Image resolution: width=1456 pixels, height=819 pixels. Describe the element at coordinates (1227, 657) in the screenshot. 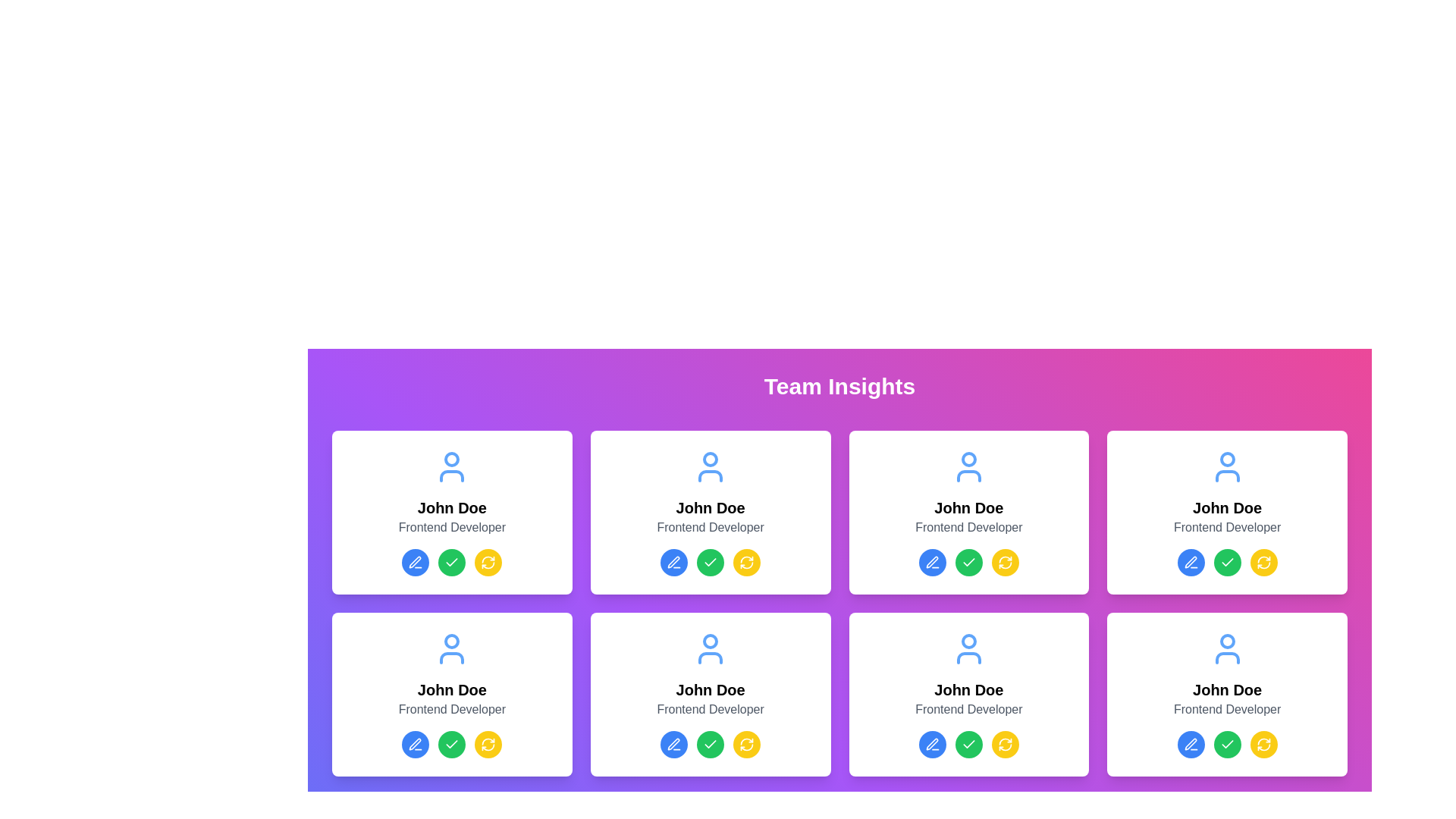

I see `the lower half of the user icon in the fourth card of the second row in the grid` at that location.